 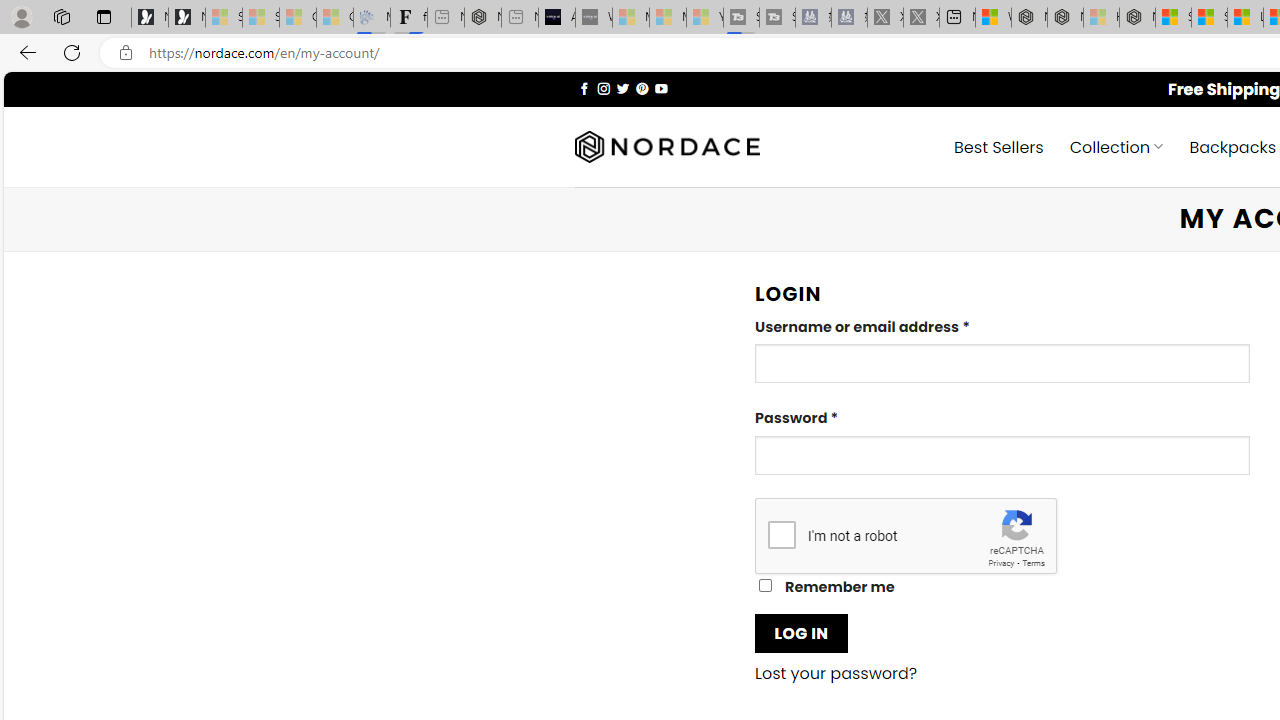 What do you see at coordinates (556, 17) in the screenshot?
I see `'AI Voice Changer for PC and Mac - Voice.ai'` at bounding box center [556, 17].